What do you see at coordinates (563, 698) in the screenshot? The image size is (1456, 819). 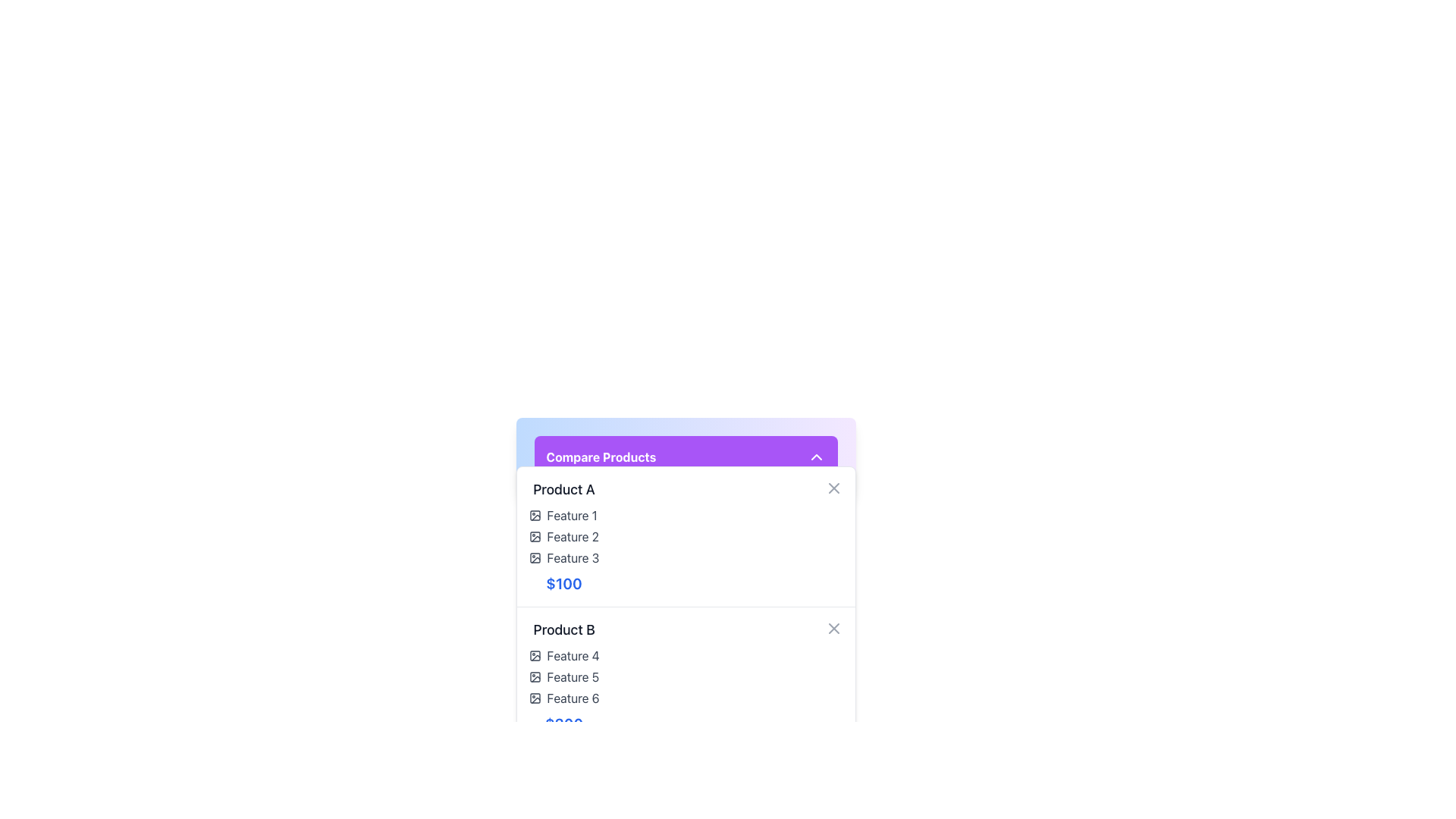 I see `descriptive feature label for 'Product B', located in the second section of the list as the last listed feature after 'Feature 4' and 'Feature 5'` at bounding box center [563, 698].